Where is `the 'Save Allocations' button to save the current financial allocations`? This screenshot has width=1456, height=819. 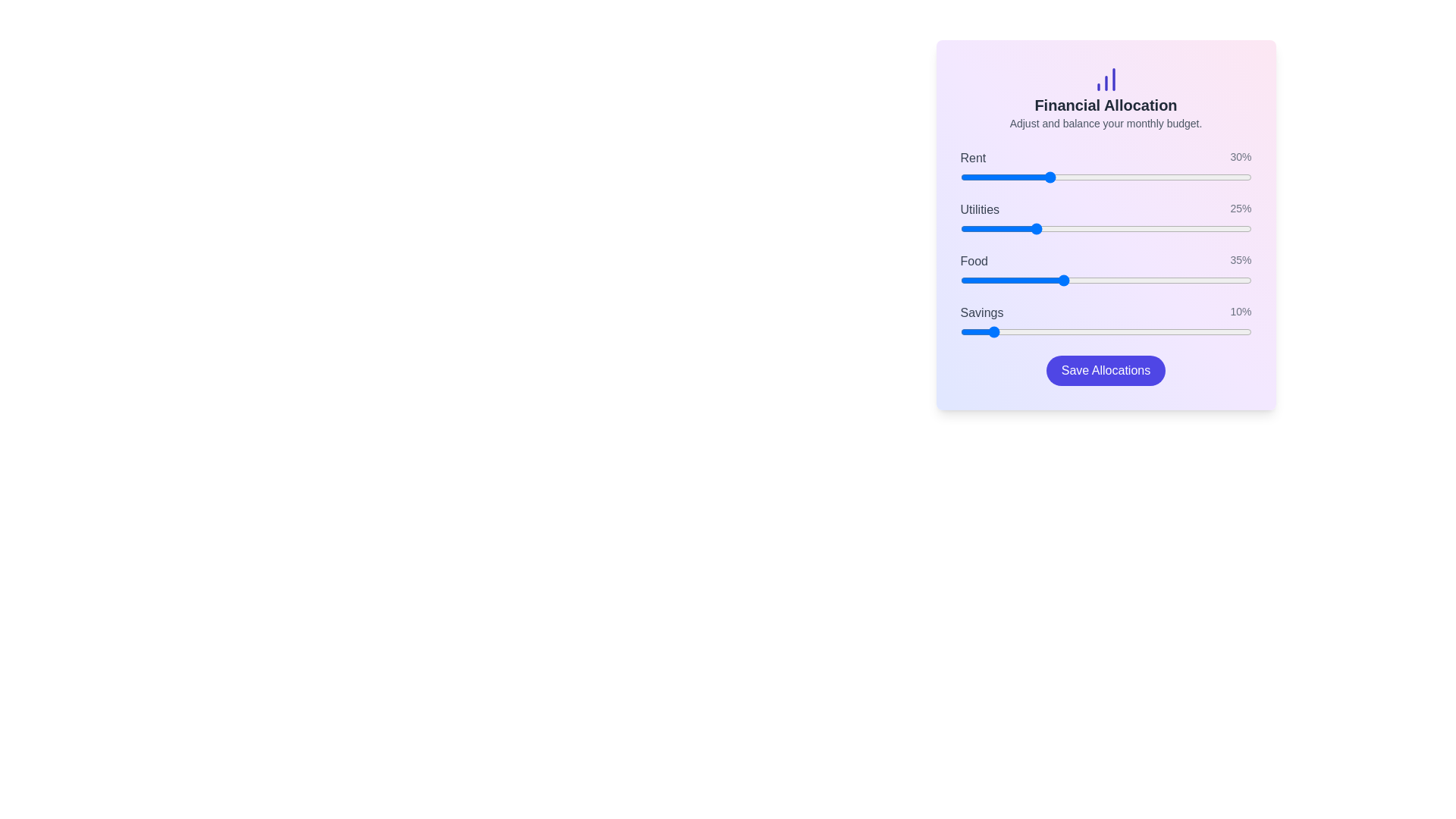
the 'Save Allocations' button to save the current financial allocations is located at coordinates (1106, 371).